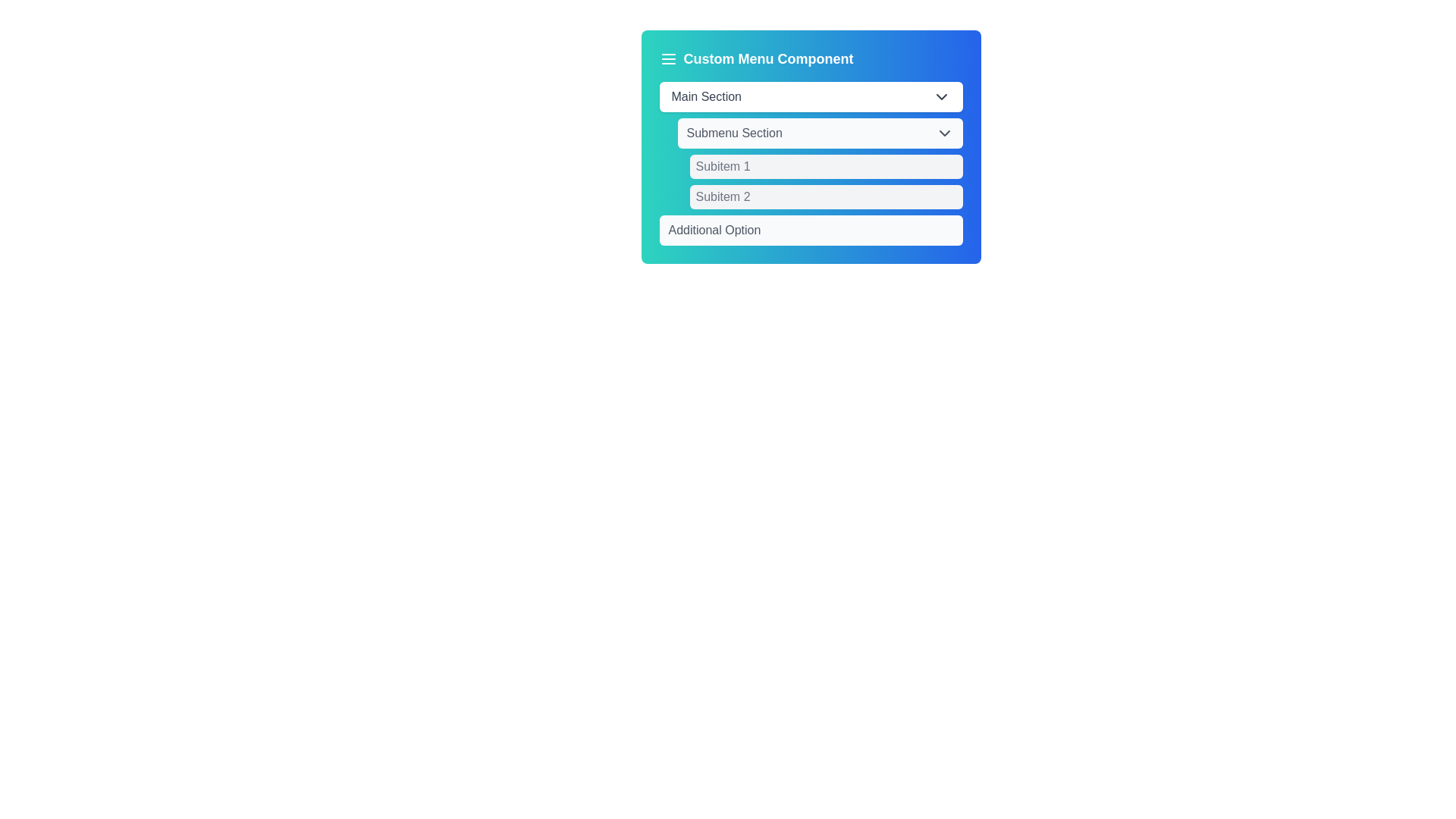  What do you see at coordinates (940, 96) in the screenshot?
I see `the downward chevron icon indicating the dropdown menu associated with the 'Main Section' menu item to indicate interactivity` at bounding box center [940, 96].